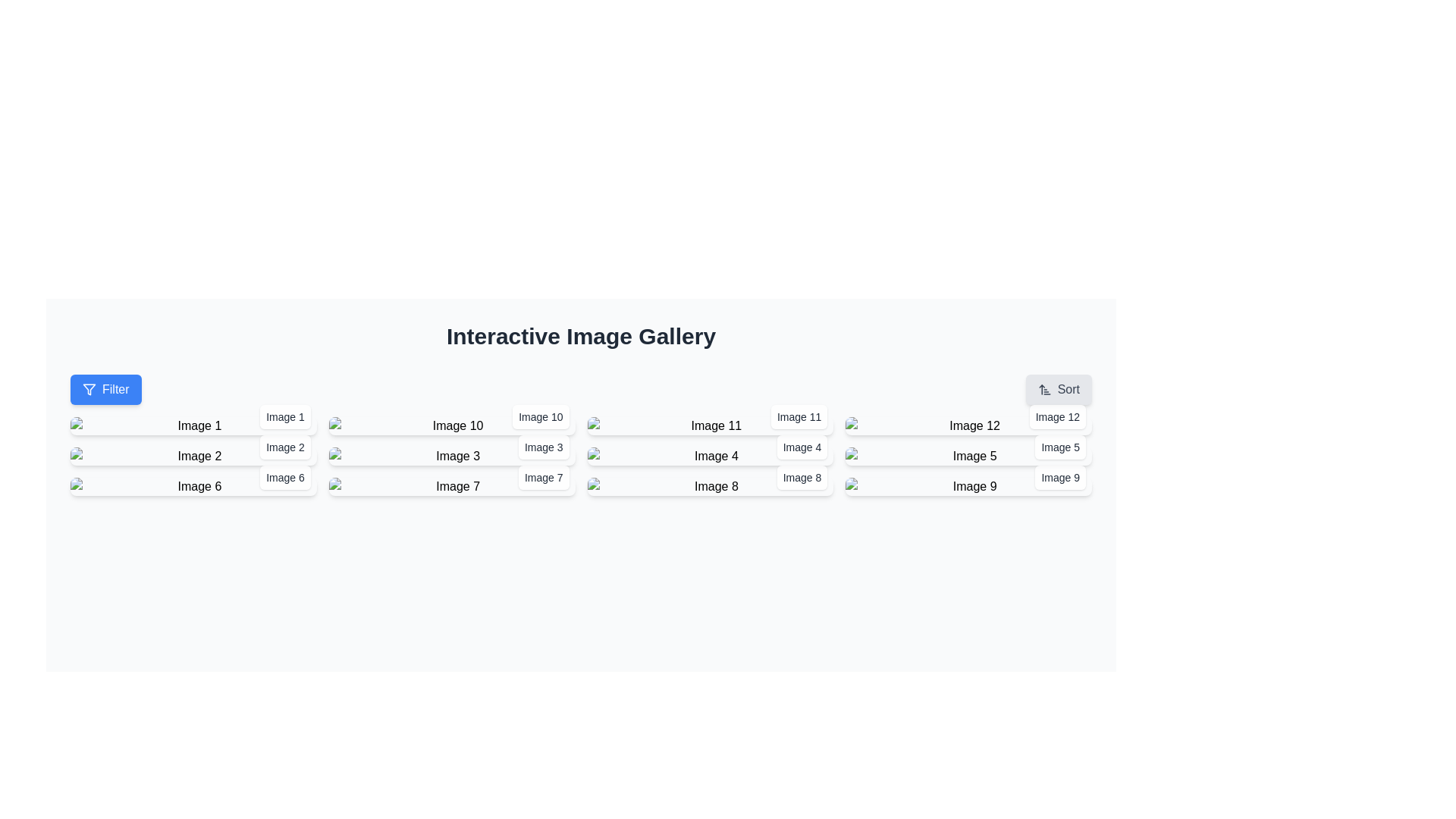 The width and height of the screenshot is (1456, 819). I want to click on to select the gallery item labeled 'Image 12', which is located in the fourth column of the first row in the image gallery, so click(968, 426).